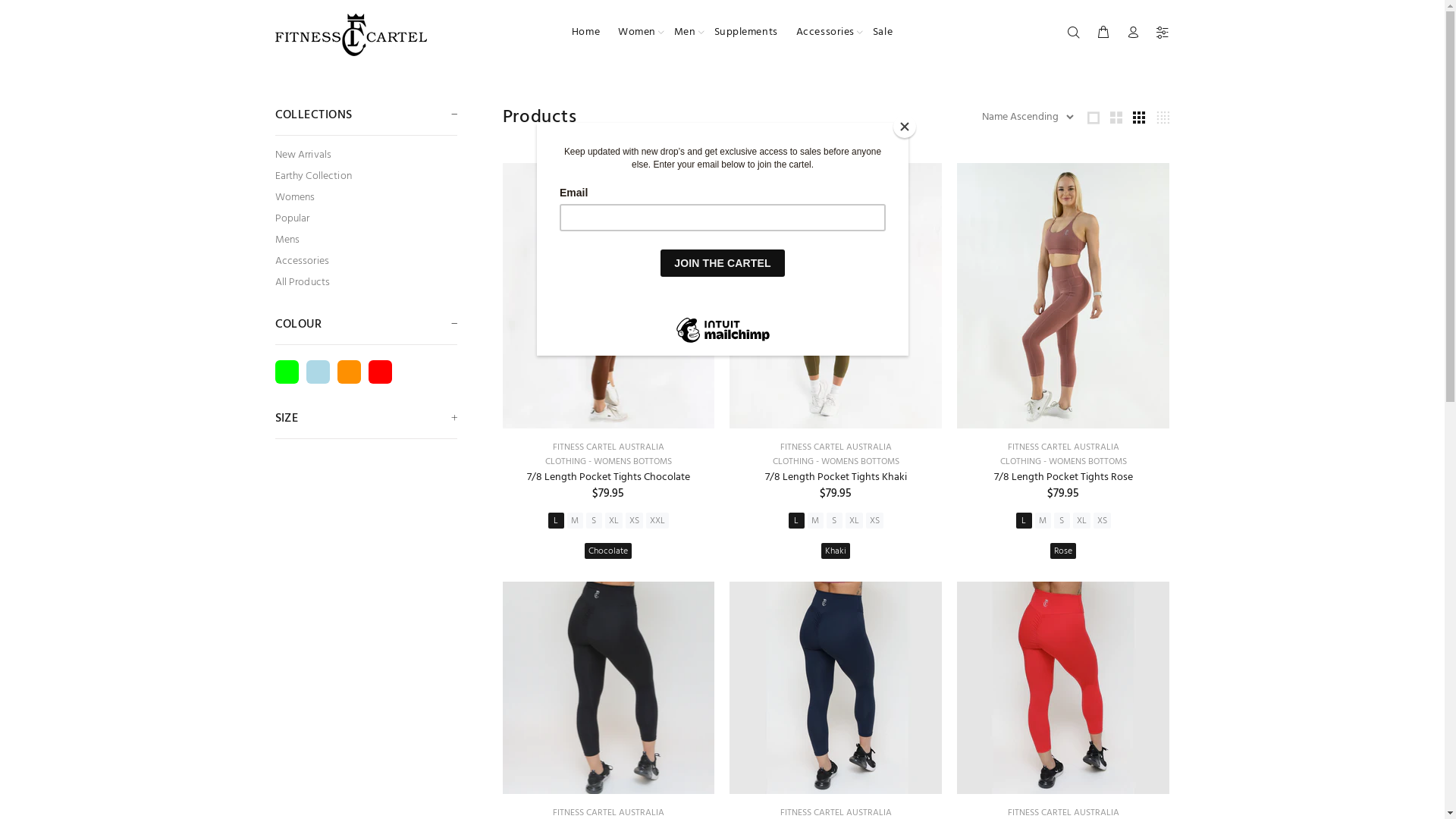  I want to click on 'M', so click(1042, 519).